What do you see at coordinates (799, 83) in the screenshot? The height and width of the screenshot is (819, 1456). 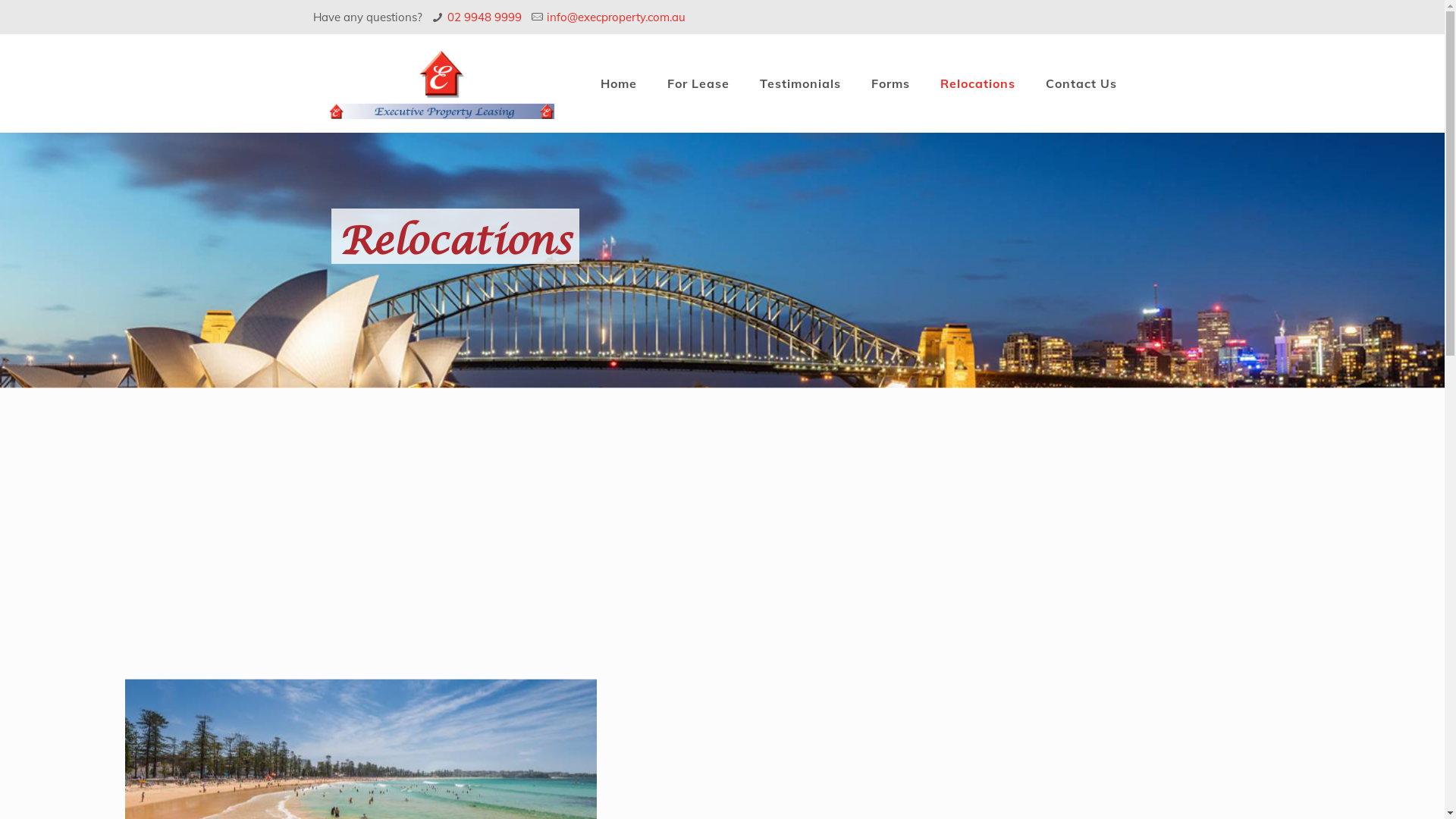 I see `'Testimonials'` at bounding box center [799, 83].